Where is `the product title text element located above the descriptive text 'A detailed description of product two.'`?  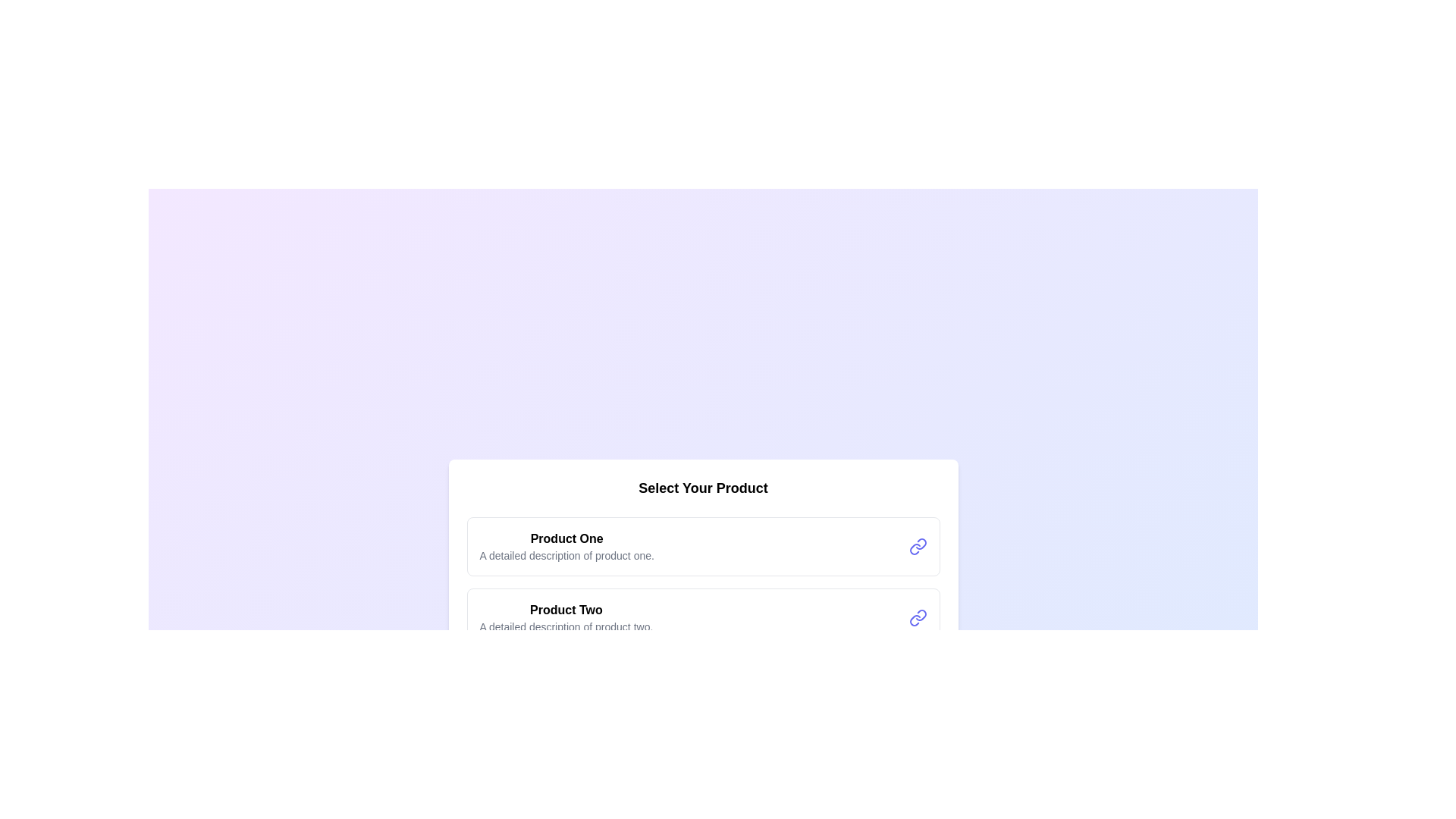 the product title text element located above the descriptive text 'A detailed description of product two.' is located at coordinates (565, 610).